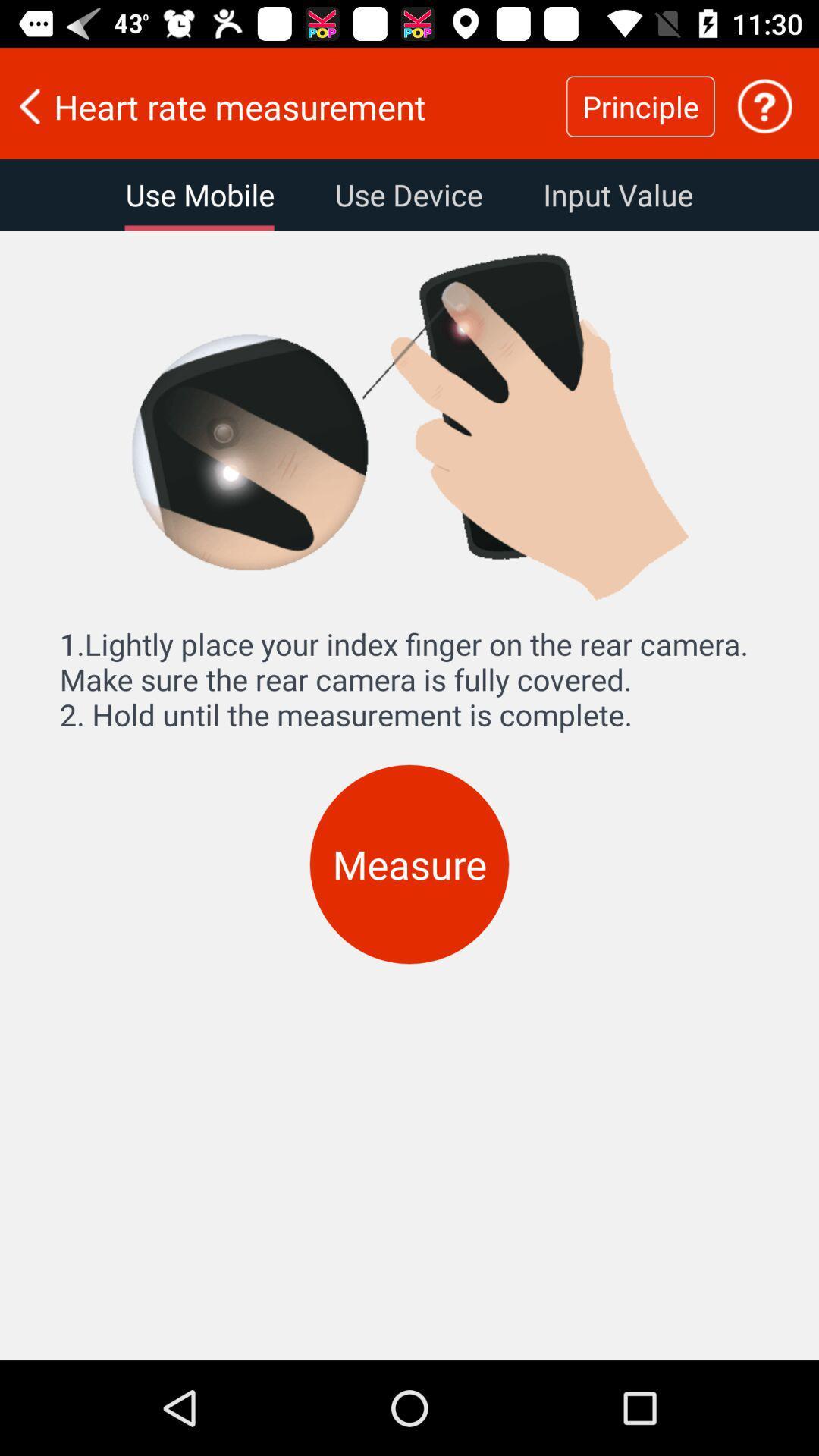 This screenshot has width=819, height=1456. I want to click on the item below the heart rate measurement item, so click(618, 194).